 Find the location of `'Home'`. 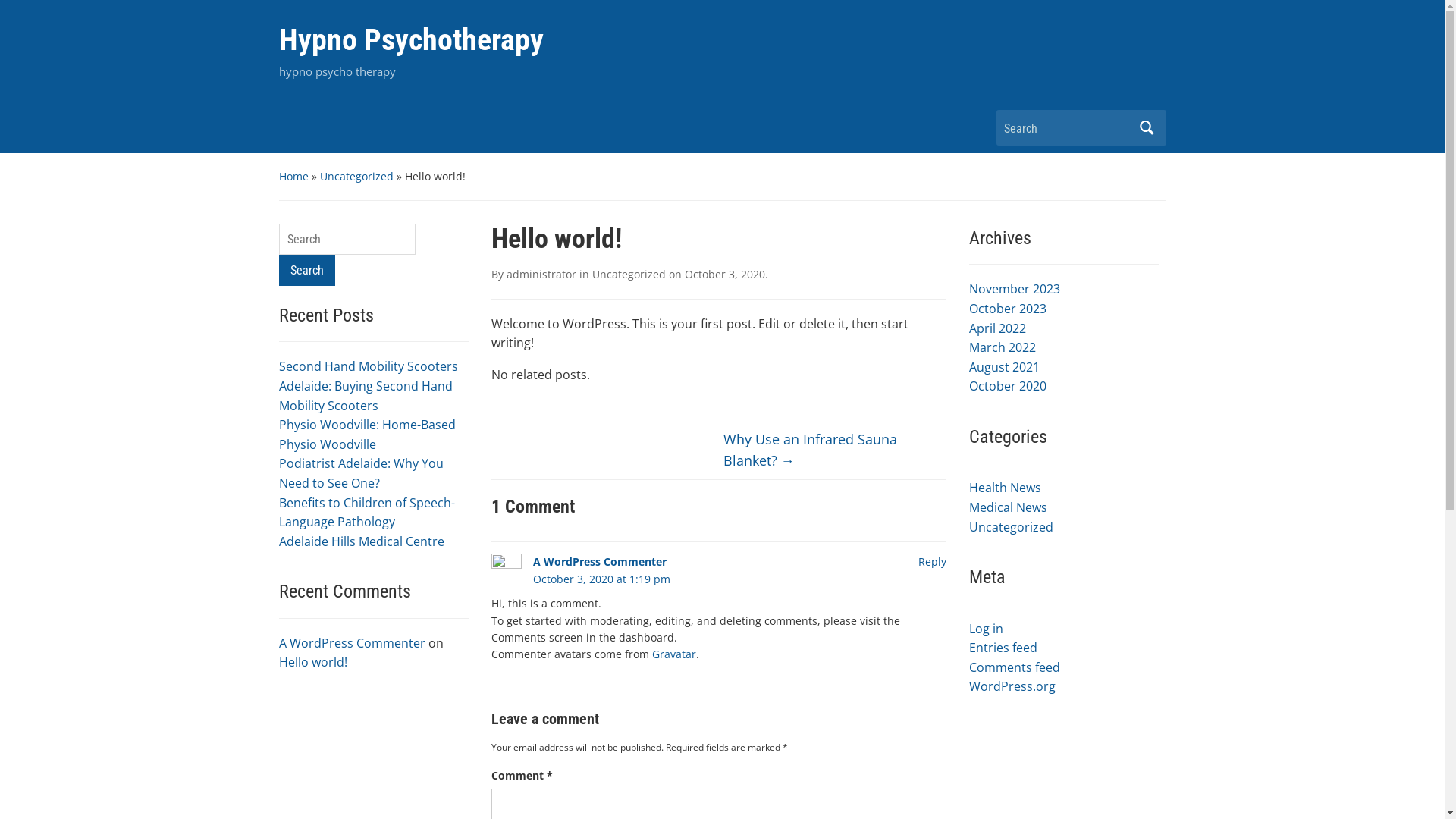

'Home' is located at coordinates (293, 175).